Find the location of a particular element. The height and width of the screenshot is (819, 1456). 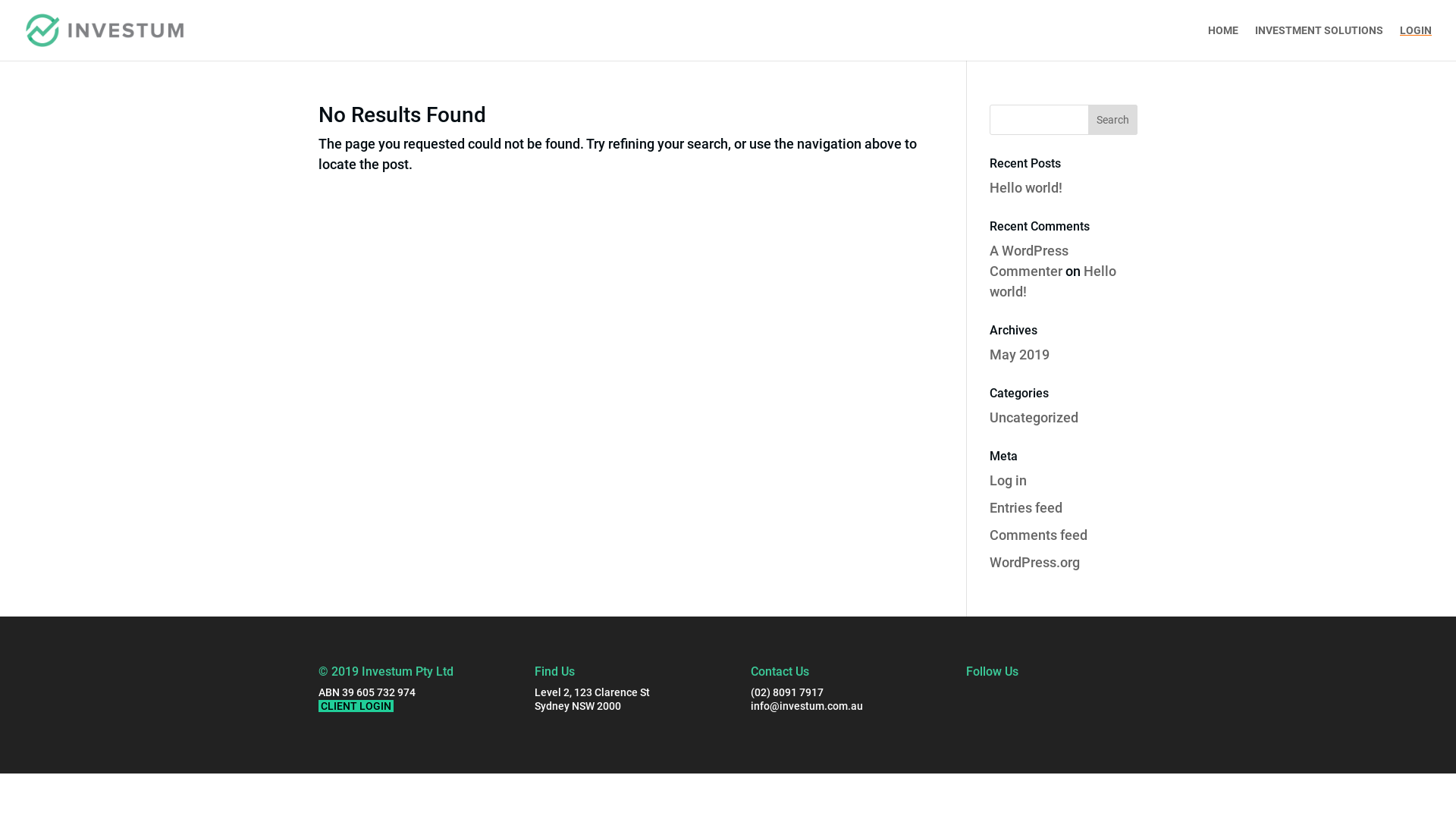

'WordPress.org' is located at coordinates (1034, 562).